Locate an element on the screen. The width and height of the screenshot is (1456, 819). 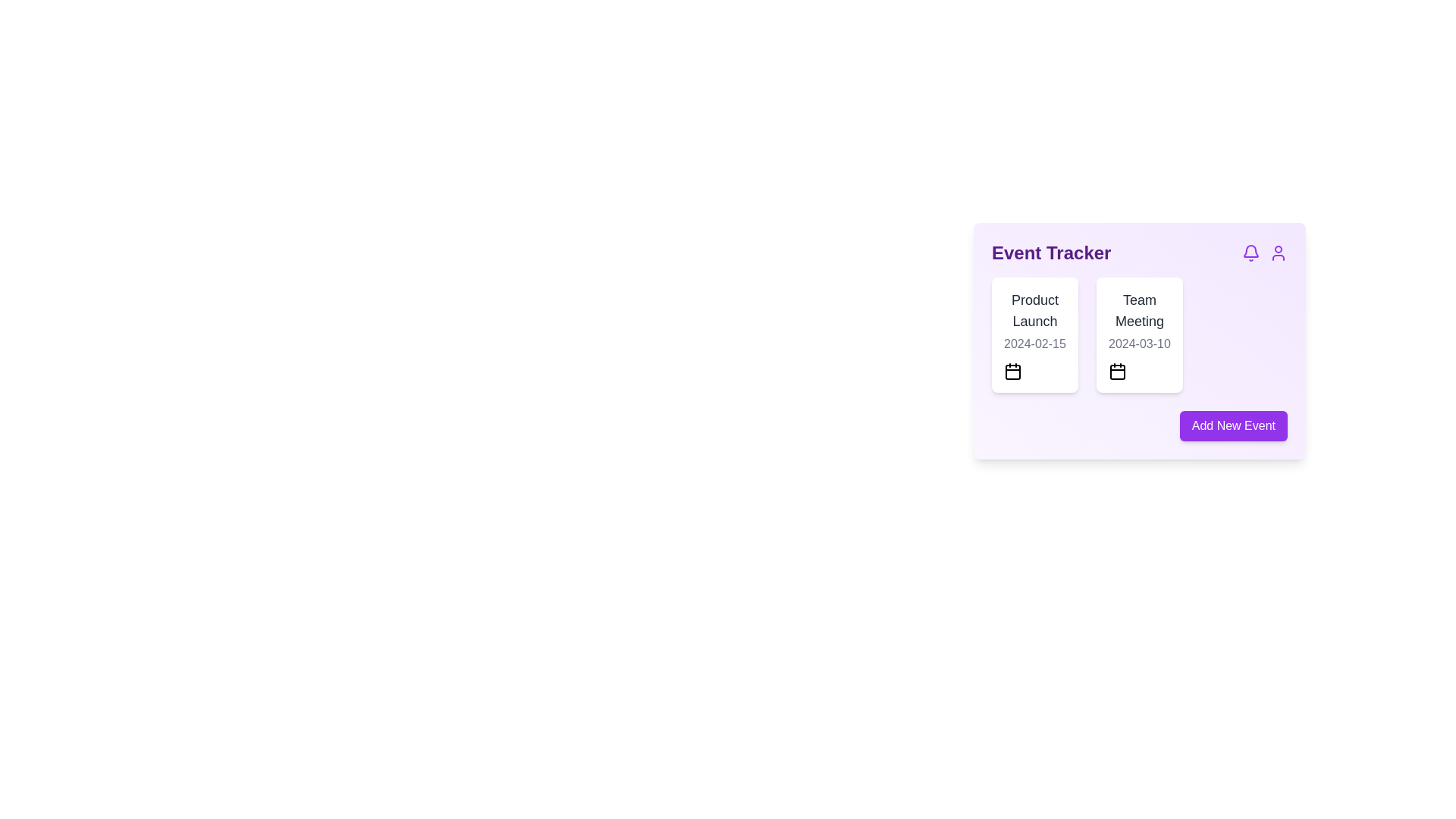
the calendar icon located in the bottom-left corner of the right card in the Event Tracker UI, below the date '2024-03-10' is located at coordinates (1117, 372).